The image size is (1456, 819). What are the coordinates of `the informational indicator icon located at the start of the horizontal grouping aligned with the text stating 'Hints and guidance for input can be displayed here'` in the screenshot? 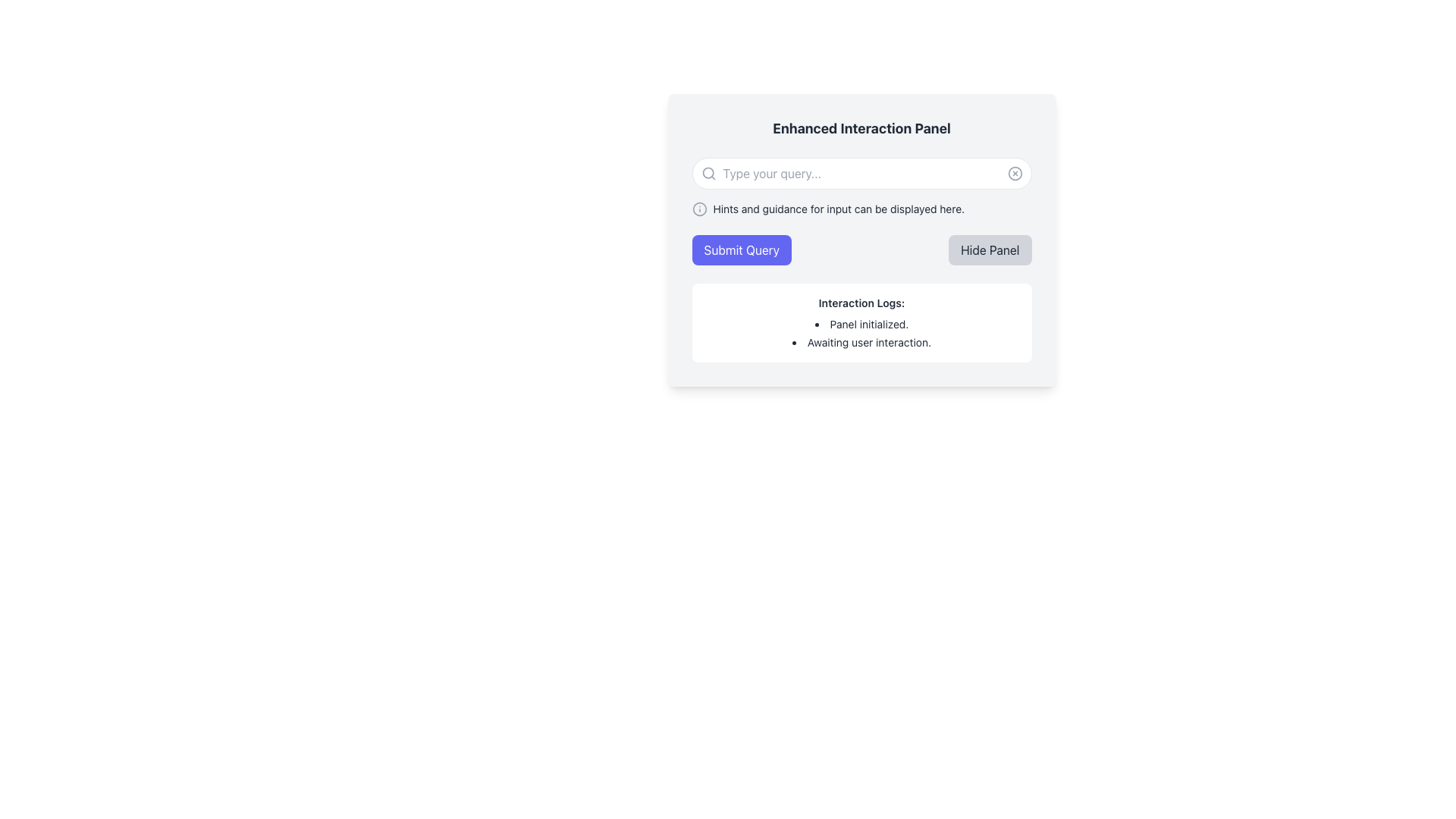 It's located at (698, 209).